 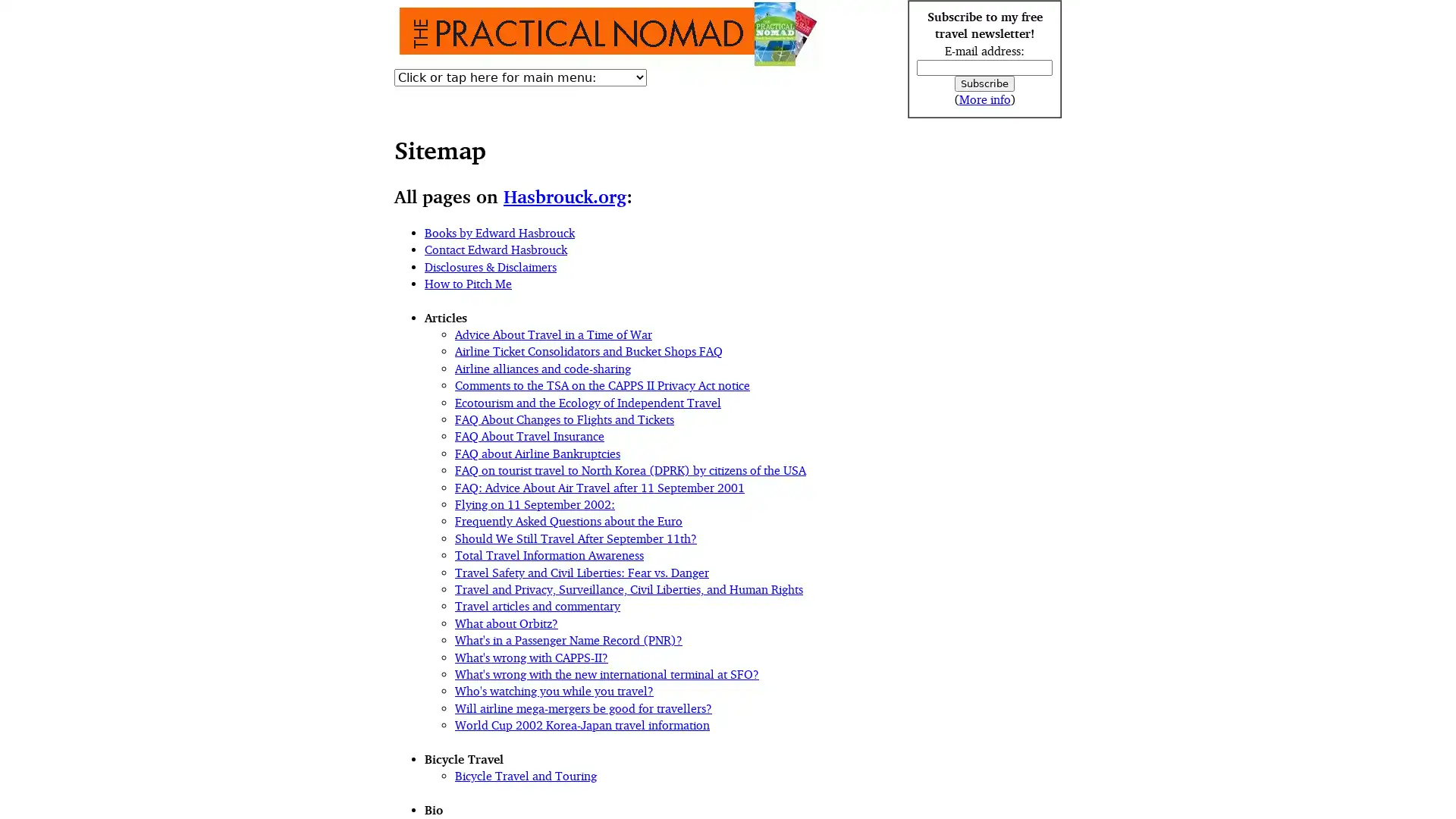 What do you see at coordinates (984, 83) in the screenshot?
I see `Subscribe` at bounding box center [984, 83].